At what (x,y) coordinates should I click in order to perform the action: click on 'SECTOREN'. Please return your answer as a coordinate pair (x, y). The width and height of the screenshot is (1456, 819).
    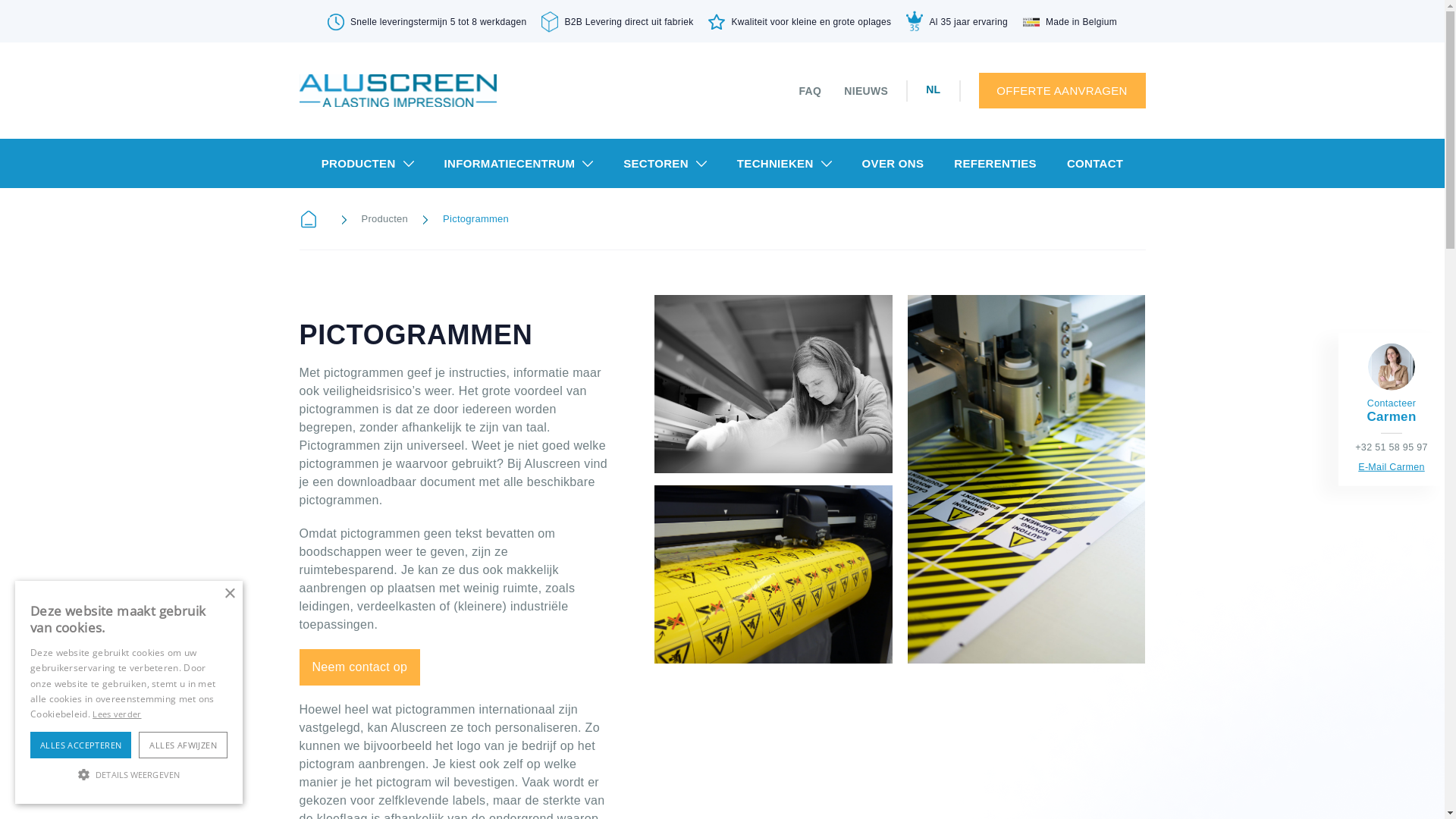
    Looking at the image, I should click on (665, 163).